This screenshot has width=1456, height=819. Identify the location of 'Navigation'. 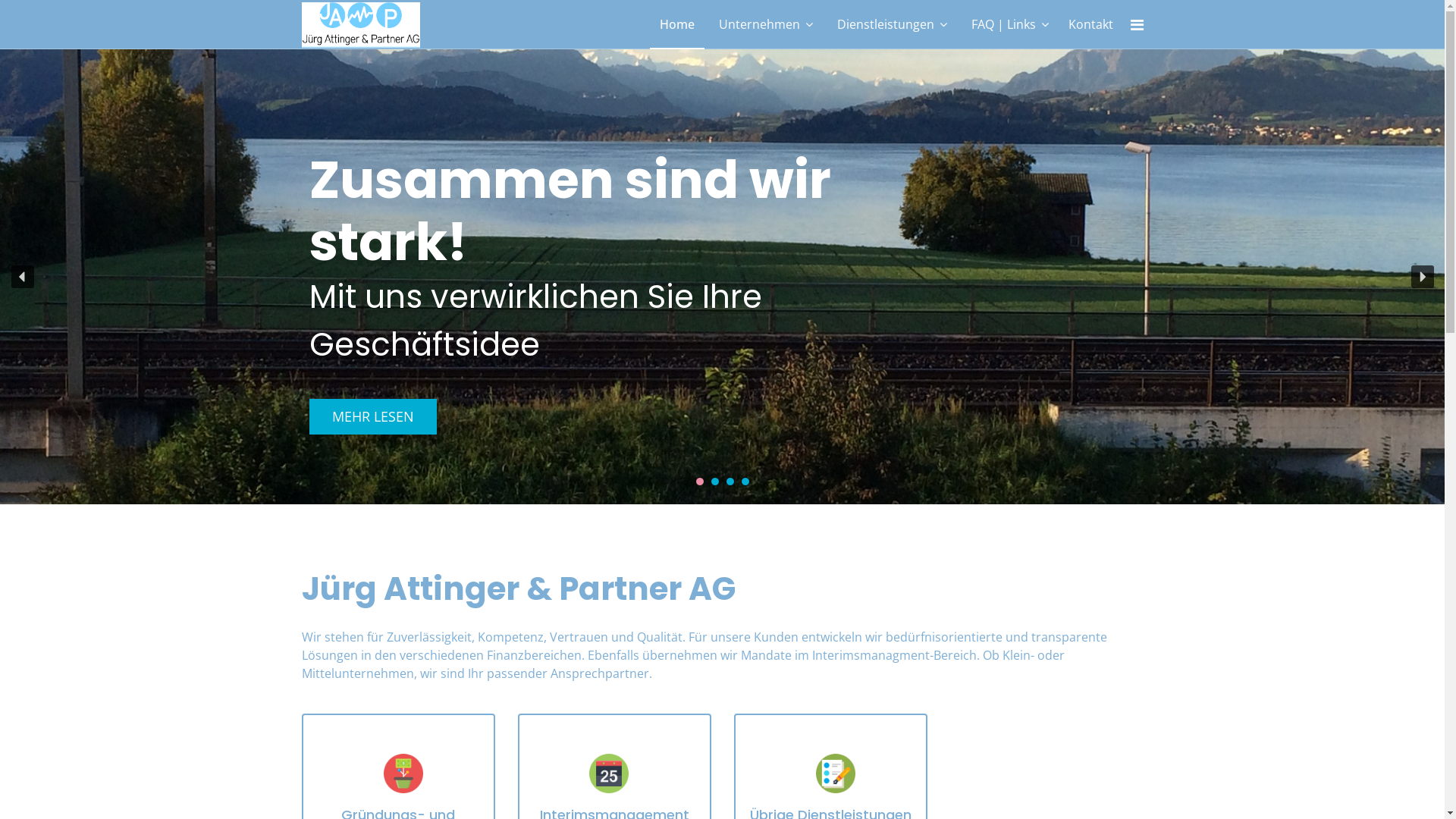
(1129, 25).